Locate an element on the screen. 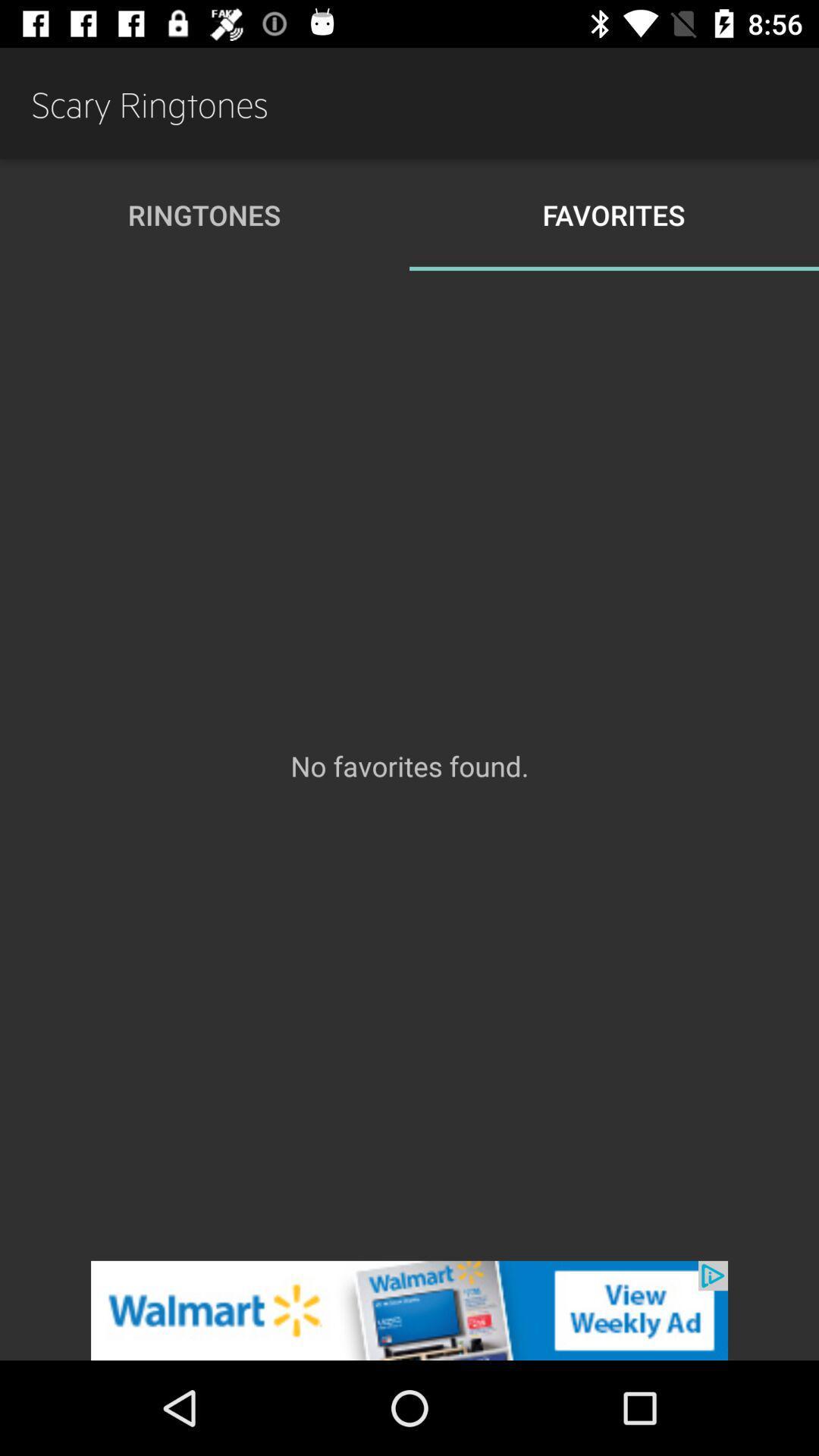  walmart is located at coordinates (409, 1310).